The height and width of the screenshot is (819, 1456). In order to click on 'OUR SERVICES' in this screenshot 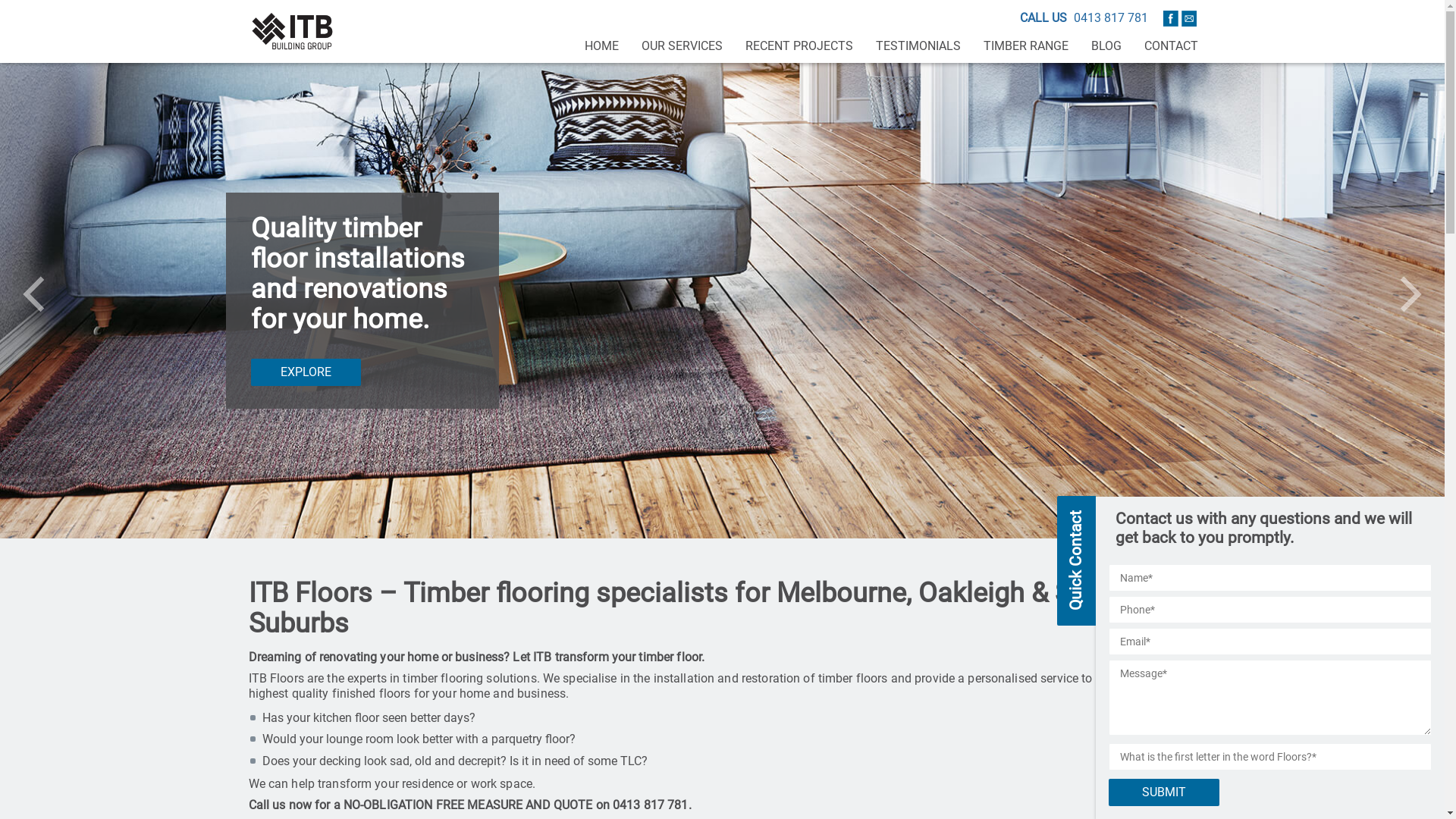, I will do `click(680, 45)`.